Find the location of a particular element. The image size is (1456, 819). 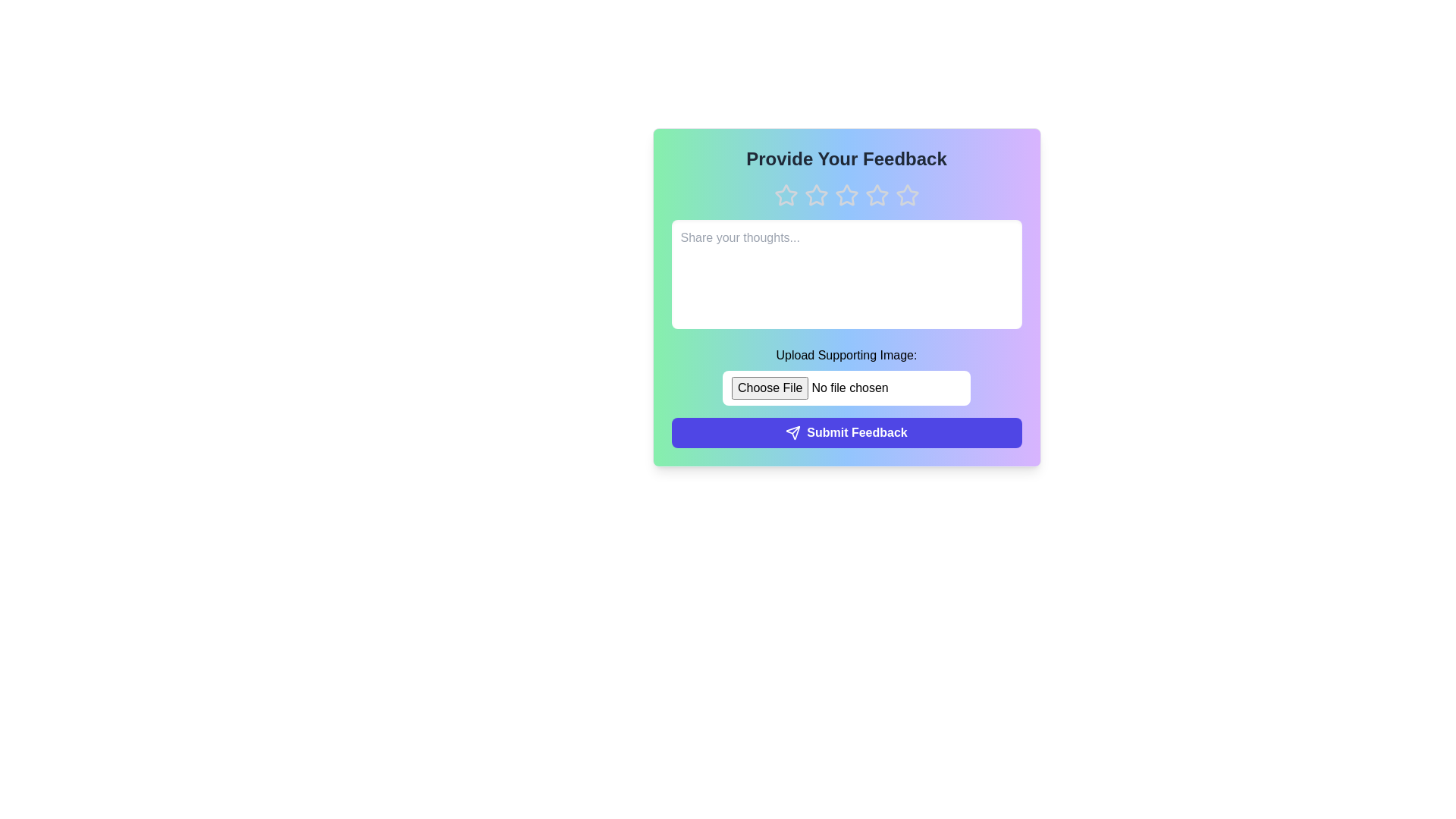

the fourth star icon in the rating system, which is outlined in gray is located at coordinates (877, 195).